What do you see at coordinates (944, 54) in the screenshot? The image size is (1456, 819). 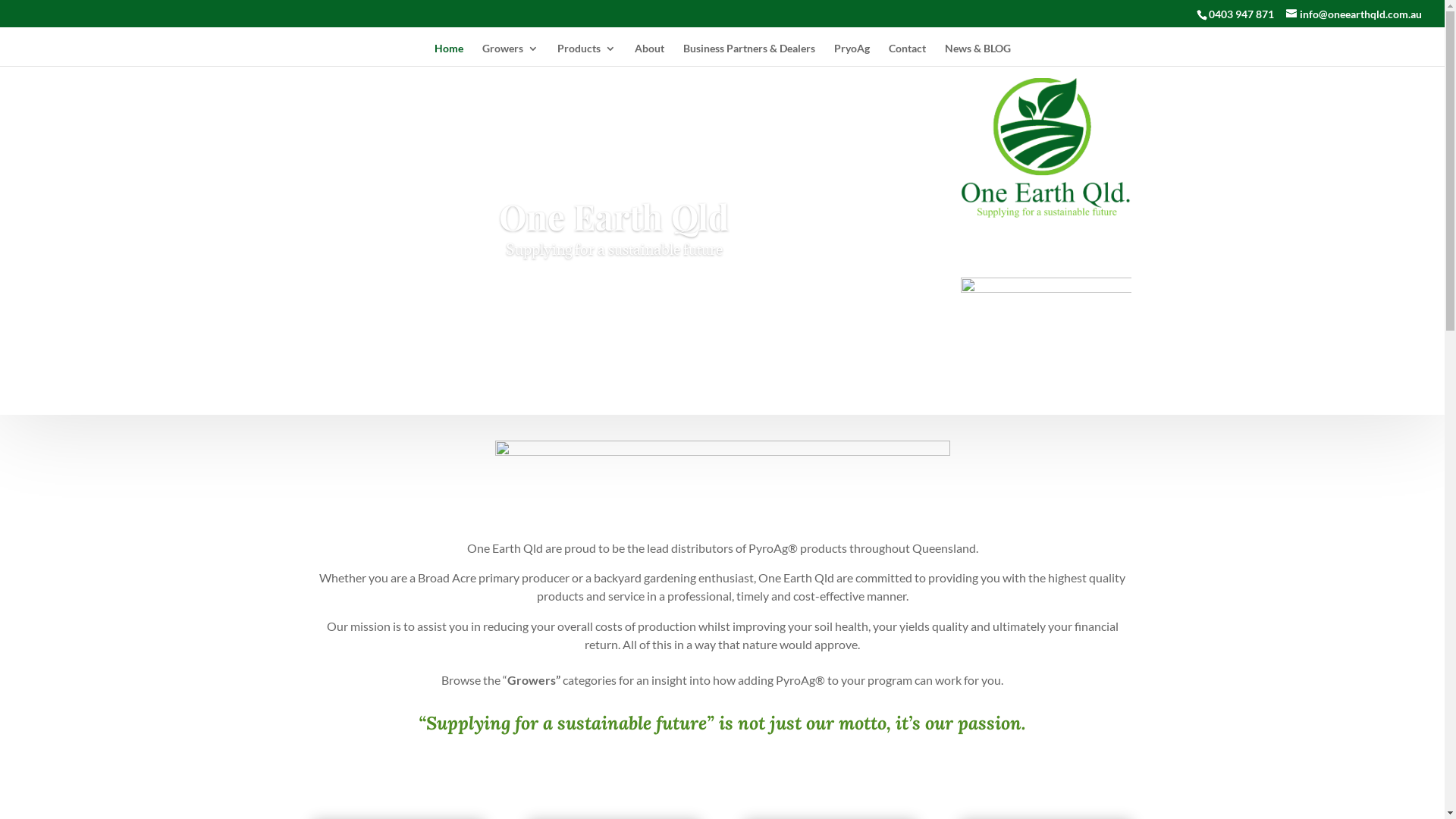 I see `'News & BLOG'` at bounding box center [944, 54].